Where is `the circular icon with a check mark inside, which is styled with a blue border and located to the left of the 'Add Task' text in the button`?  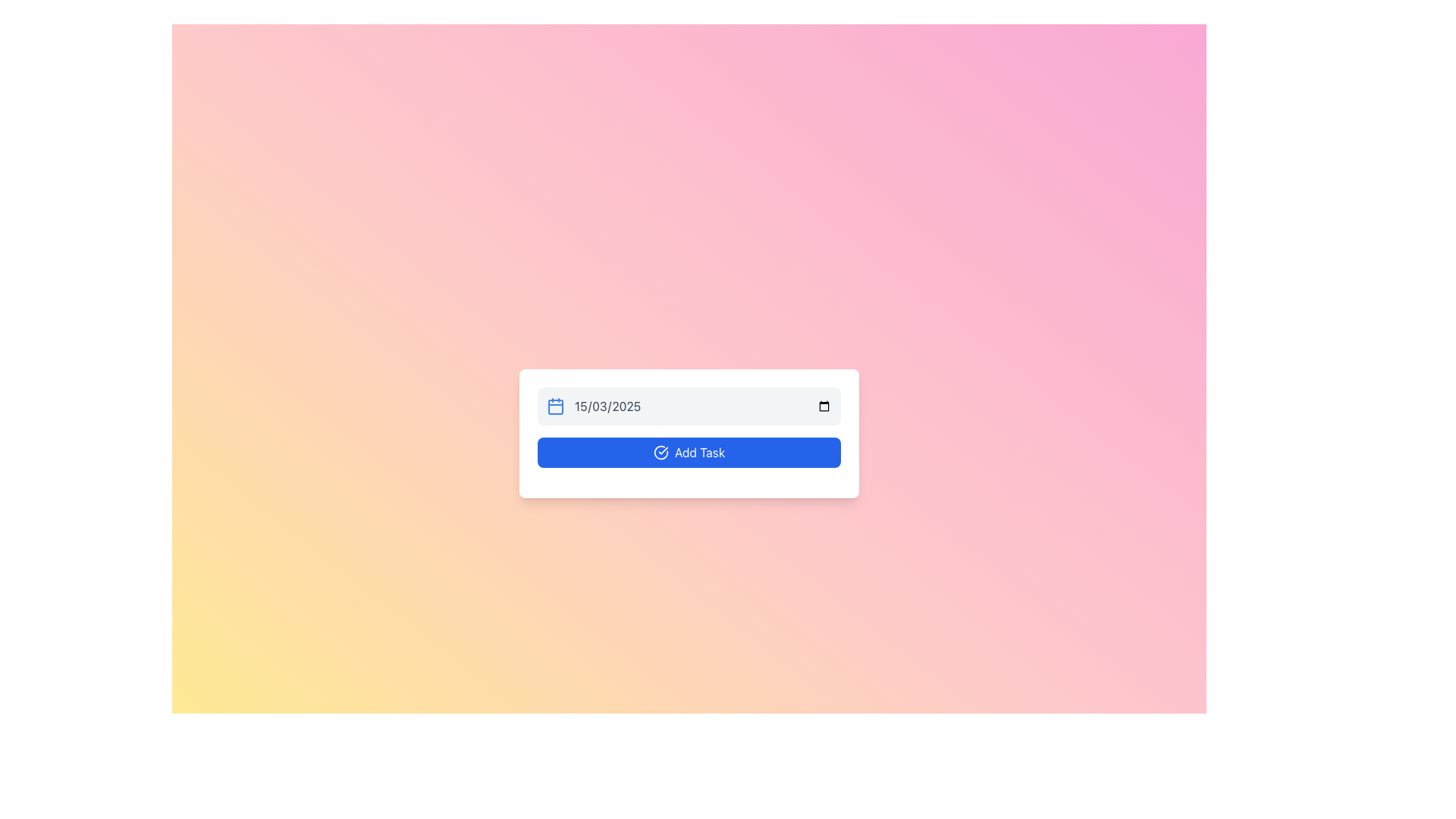 the circular icon with a check mark inside, which is styled with a blue border and located to the left of the 'Add Task' text in the button is located at coordinates (661, 452).